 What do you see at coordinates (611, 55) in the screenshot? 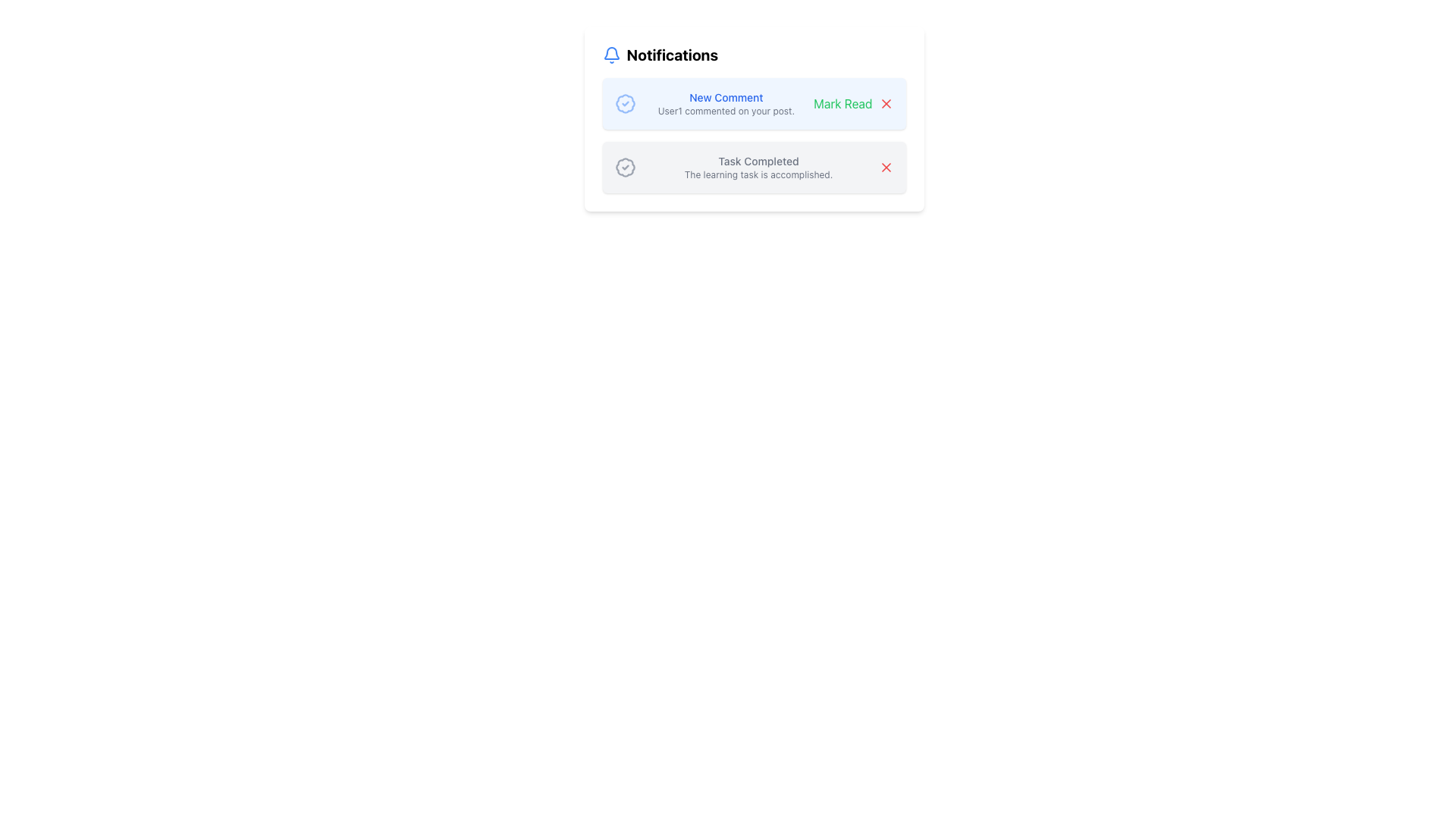
I see `the notification icon located in the top-left corner of the 'Notifications' section, which precedes the section title 'Notifications'` at bounding box center [611, 55].